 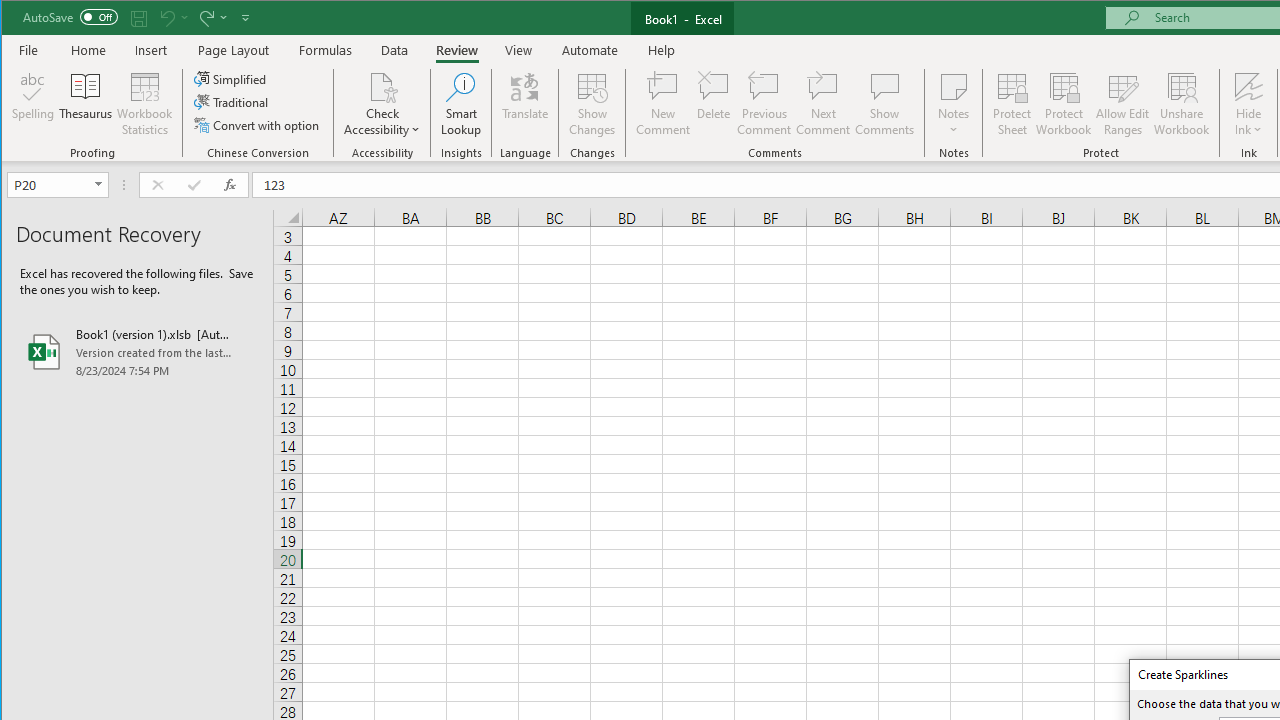 What do you see at coordinates (382, 85) in the screenshot?
I see `'Check Accessibility'` at bounding box center [382, 85].